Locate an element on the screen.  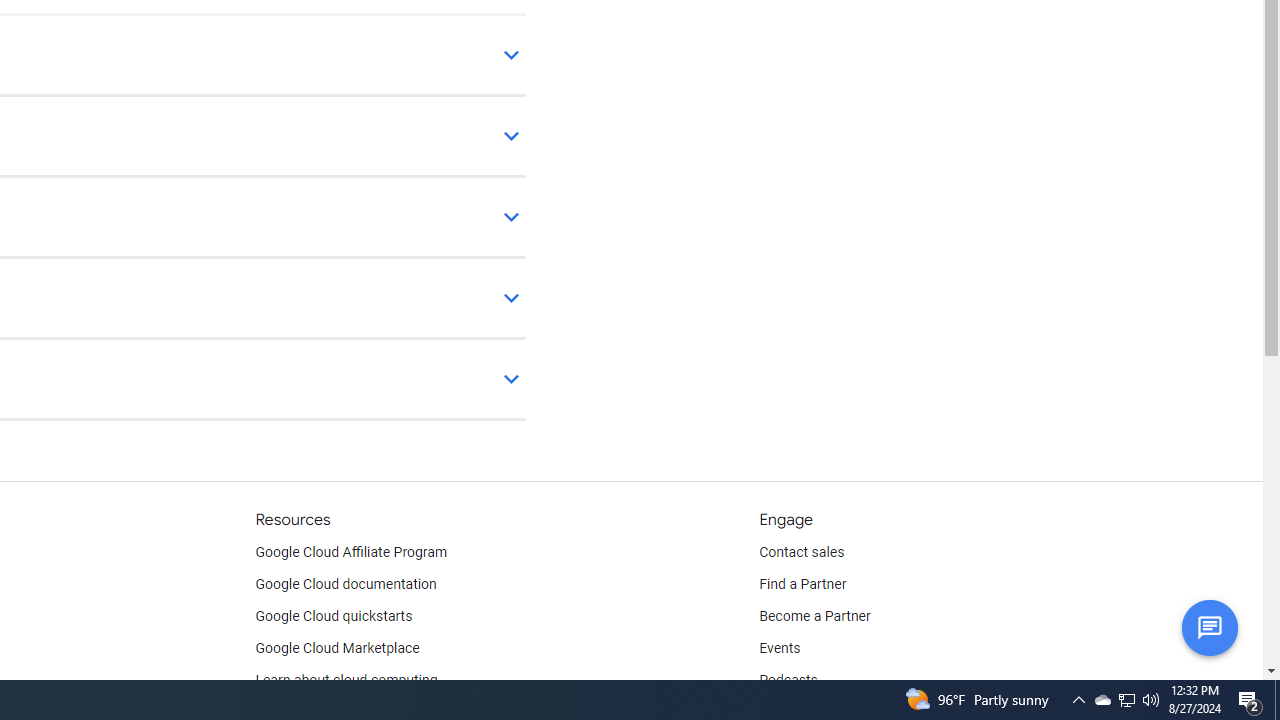
'Google Cloud Marketplace' is located at coordinates (337, 649).